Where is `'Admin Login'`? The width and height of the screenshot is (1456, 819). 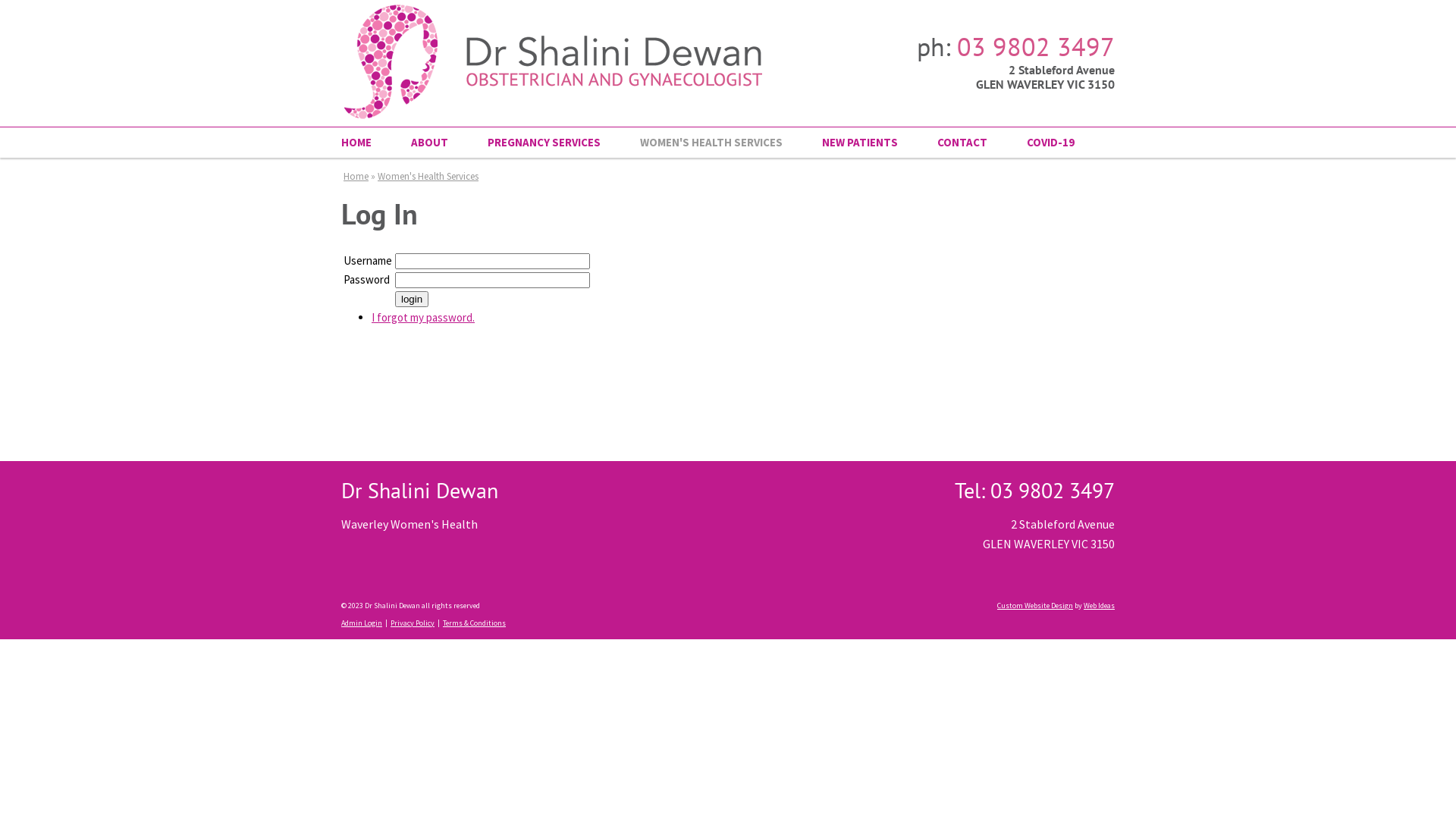 'Admin Login' is located at coordinates (360, 623).